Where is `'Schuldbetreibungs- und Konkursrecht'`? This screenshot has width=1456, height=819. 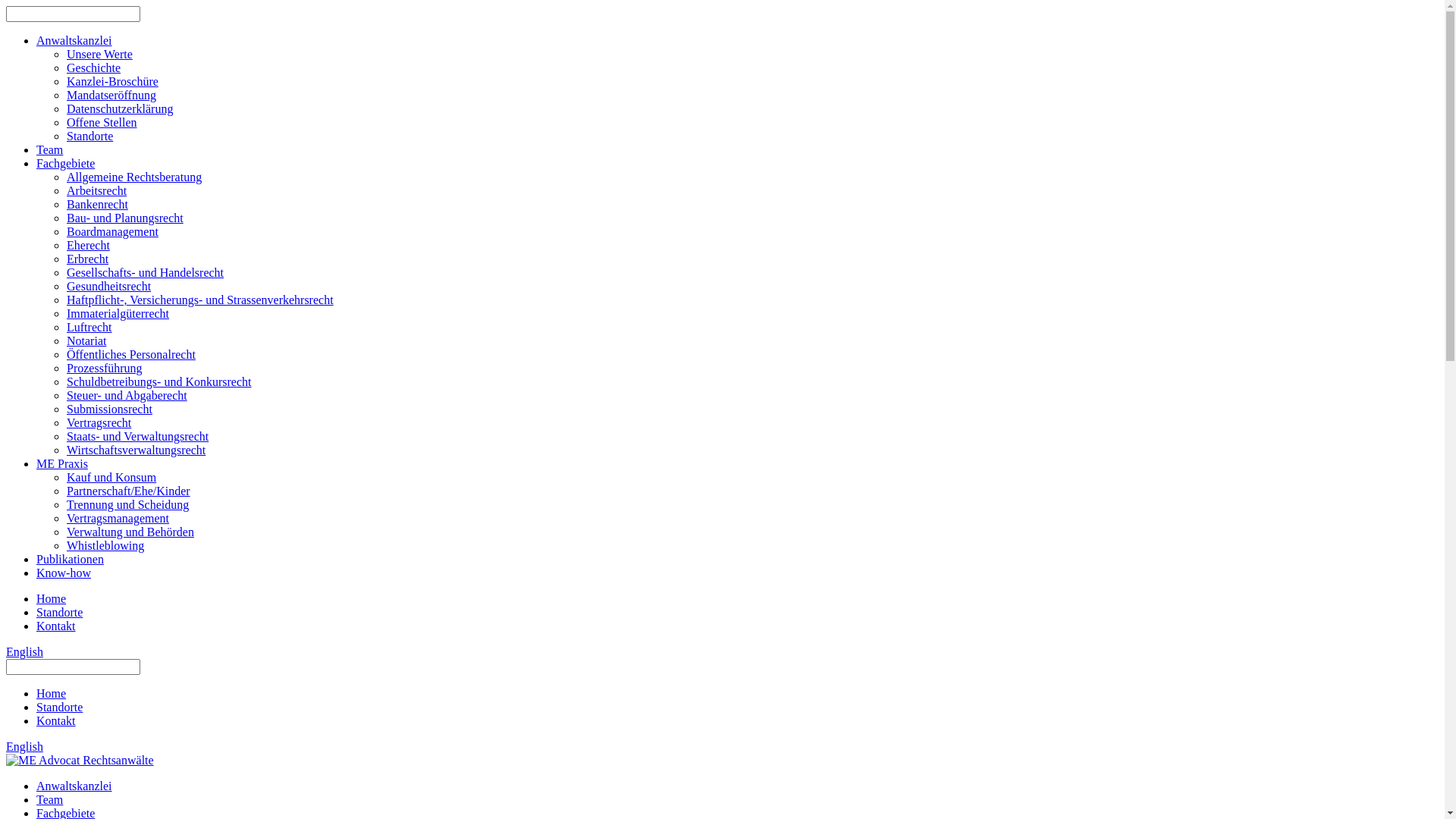
'Schuldbetreibungs- und Konkursrecht' is located at coordinates (159, 381).